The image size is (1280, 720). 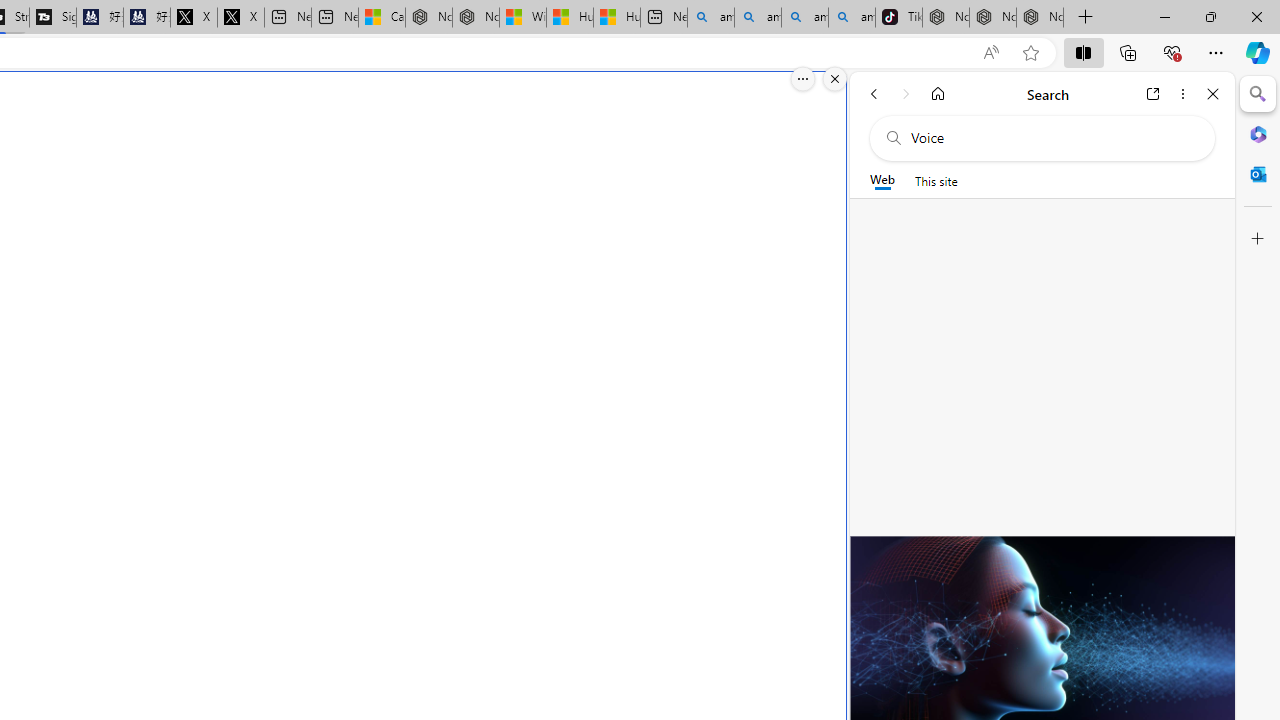 What do you see at coordinates (1040, 17) in the screenshot?
I see `'Nordace - Siena Pro 15 Essential Set'` at bounding box center [1040, 17].